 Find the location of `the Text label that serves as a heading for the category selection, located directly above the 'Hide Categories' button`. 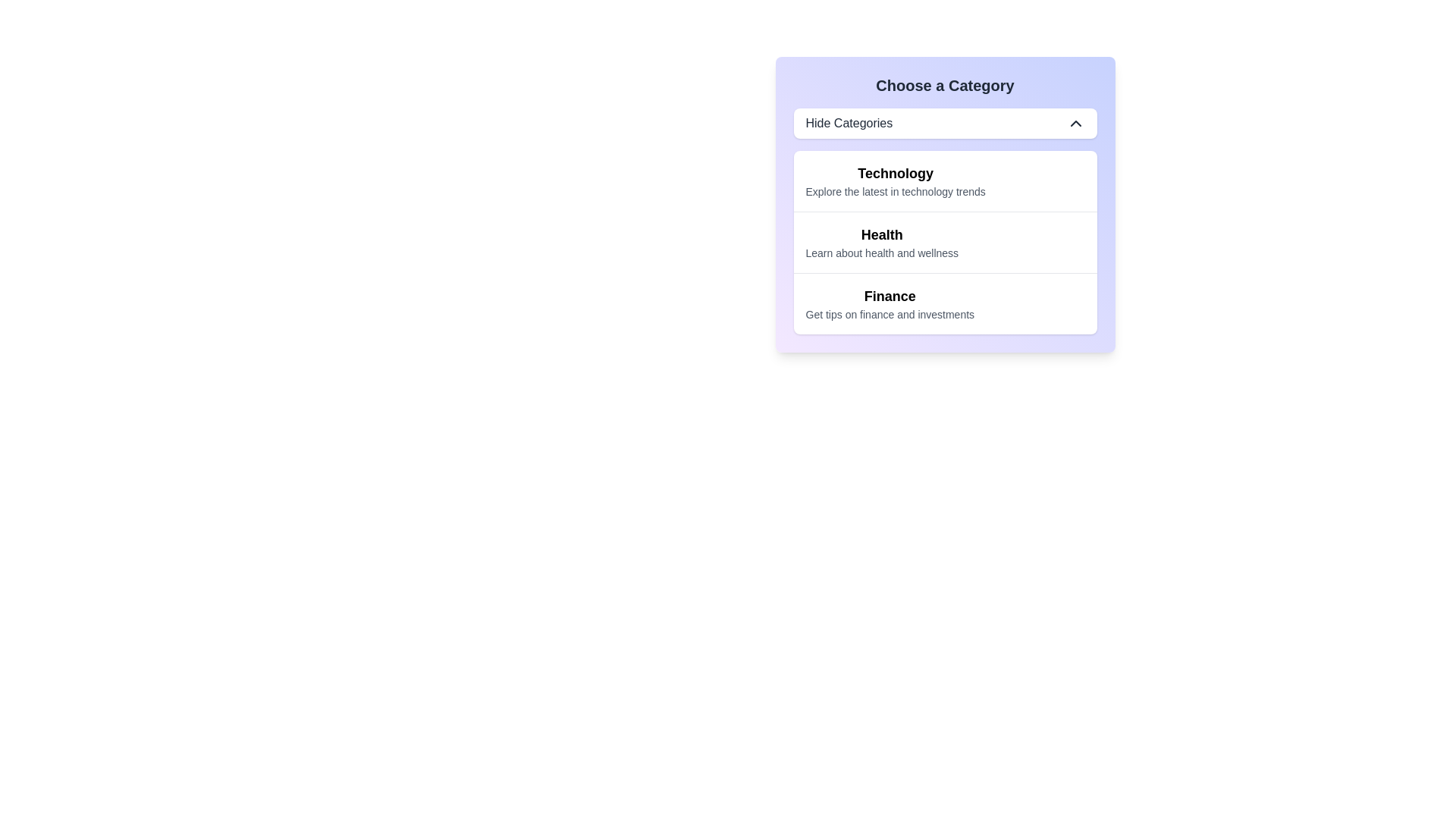

the Text label that serves as a heading for the category selection, located directly above the 'Hide Categories' button is located at coordinates (944, 85).